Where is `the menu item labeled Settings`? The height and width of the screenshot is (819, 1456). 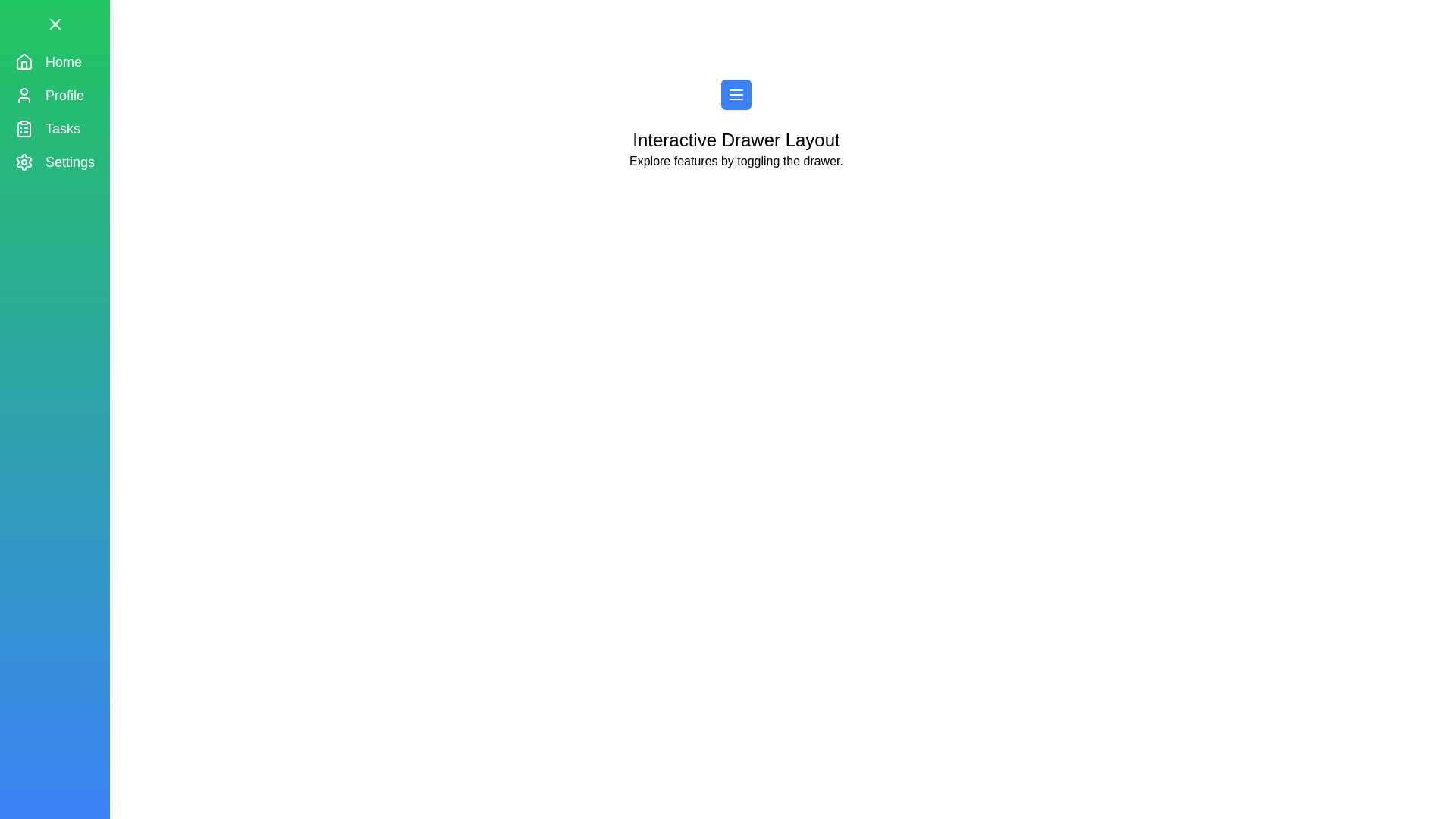
the menu item labeled Settings is located at coordinates (55, 162).